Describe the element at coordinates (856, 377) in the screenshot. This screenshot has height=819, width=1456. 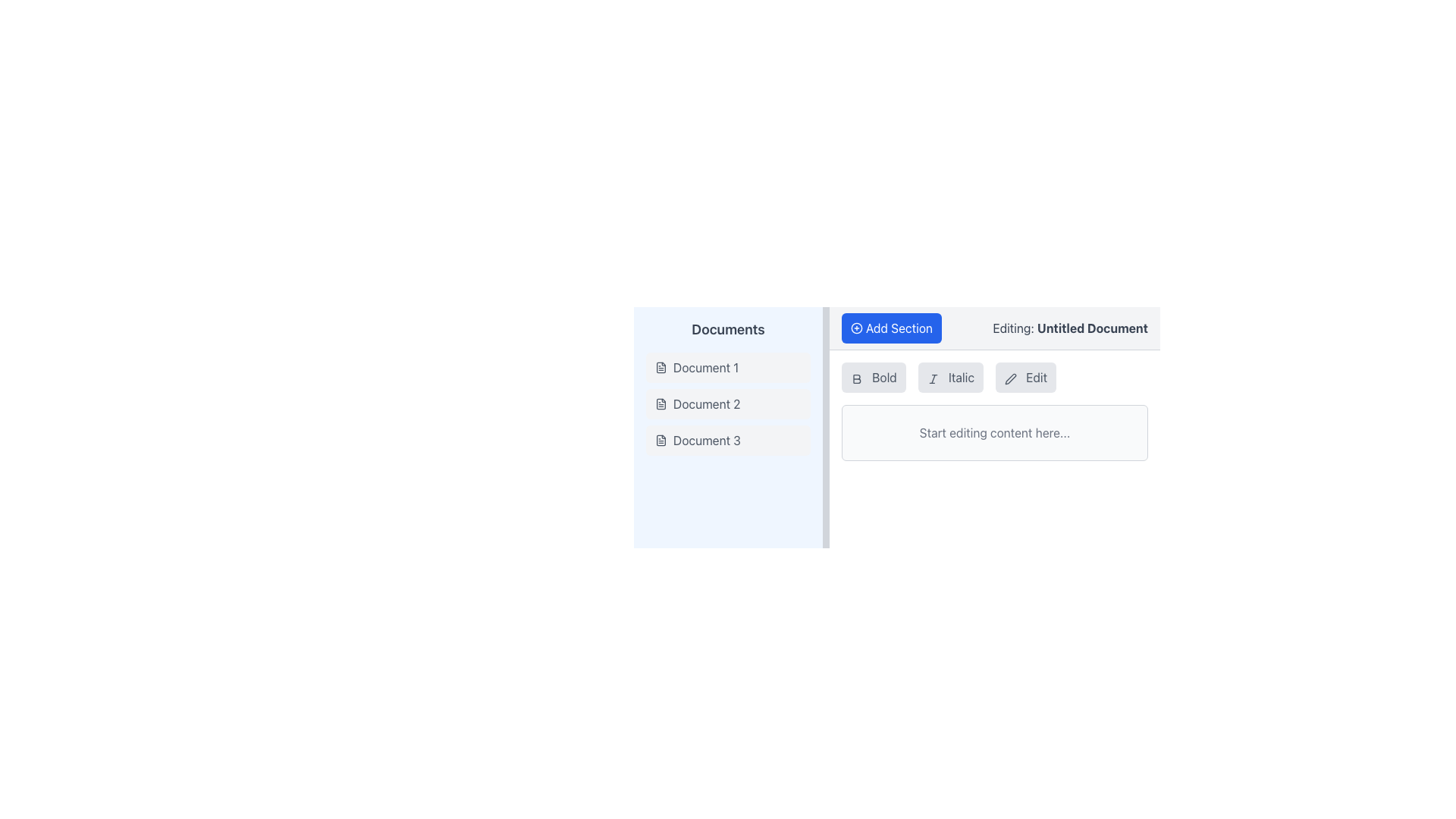
I see `the bold toggle button located in the upper right corner of the interface` at that location.